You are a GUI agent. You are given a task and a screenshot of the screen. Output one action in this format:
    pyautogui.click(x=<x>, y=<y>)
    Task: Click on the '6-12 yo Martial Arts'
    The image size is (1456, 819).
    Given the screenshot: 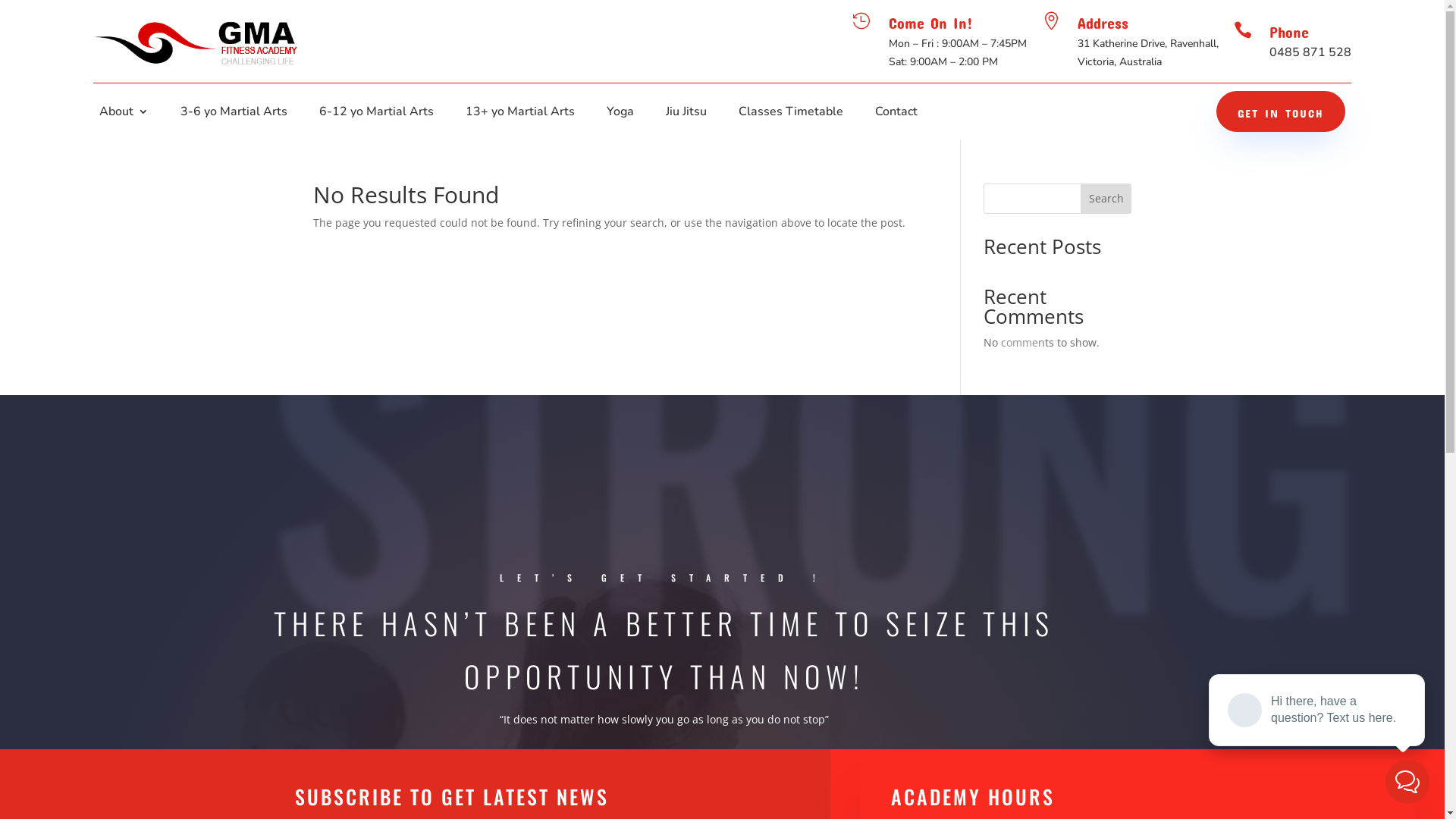 What is the action you would take?
    pyautogui.click(x=376, y=113)
    